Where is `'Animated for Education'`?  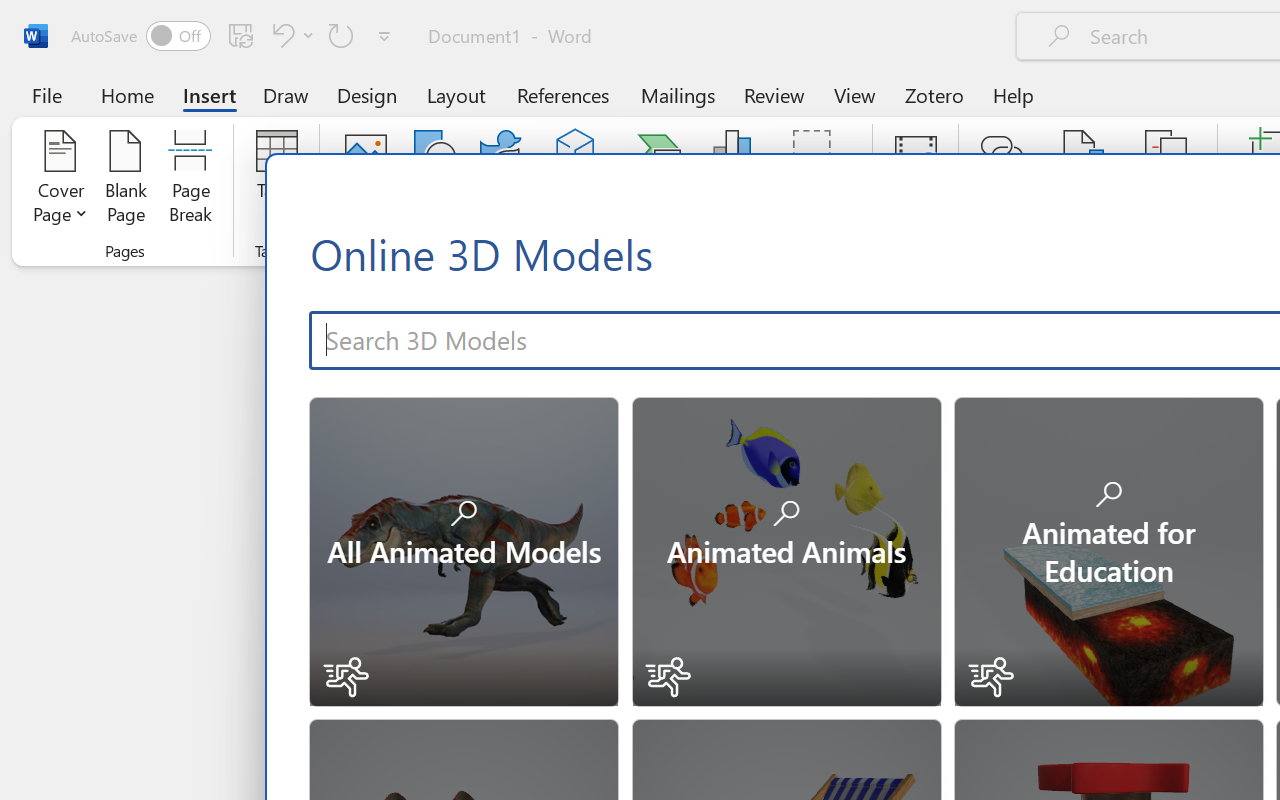 'Animated for Education' is located at coordinates (1106, 549).